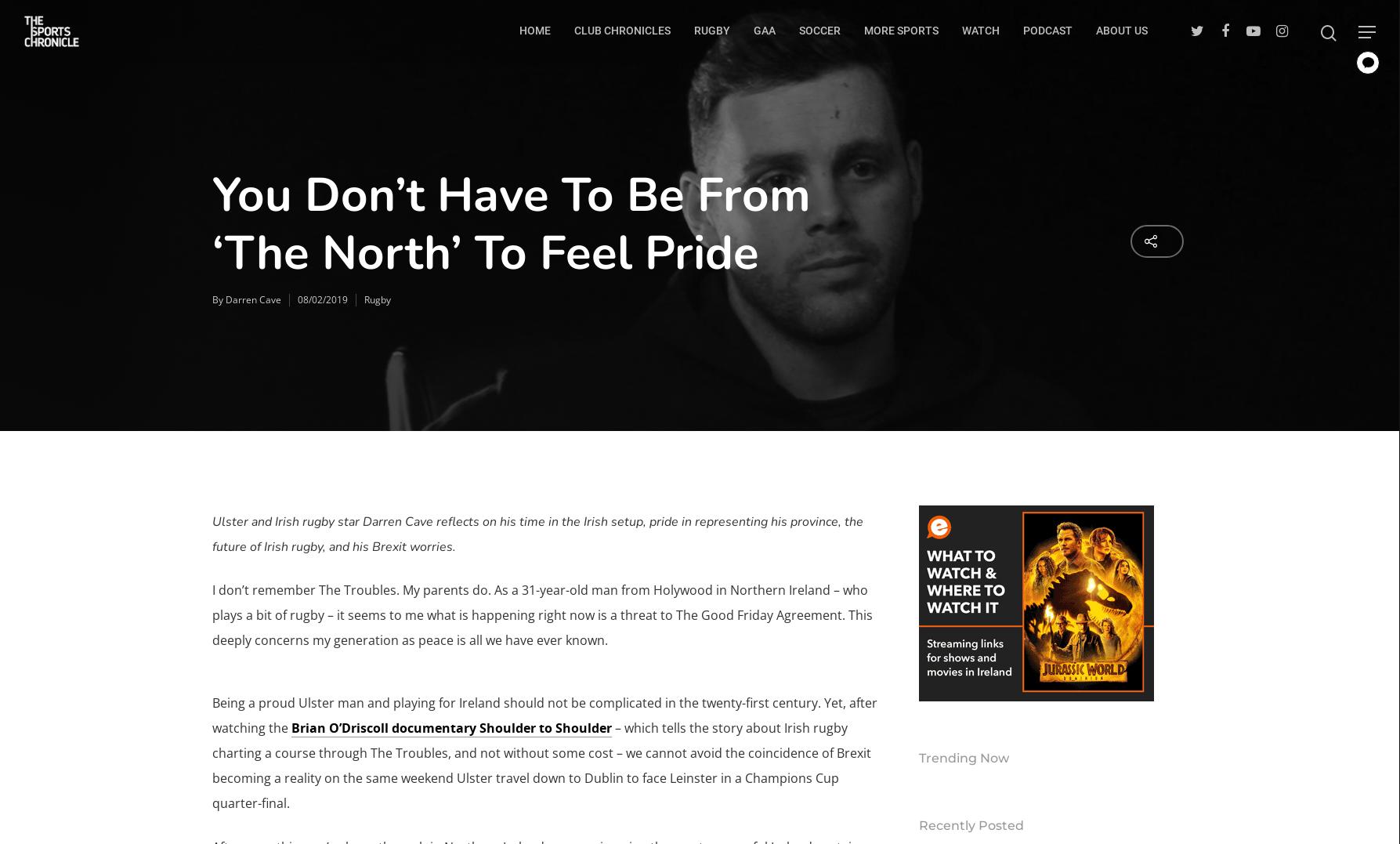 The width and height of the screenshot is (1400, 844). I want to click on 'ABOUT US', so click(1095, 29).